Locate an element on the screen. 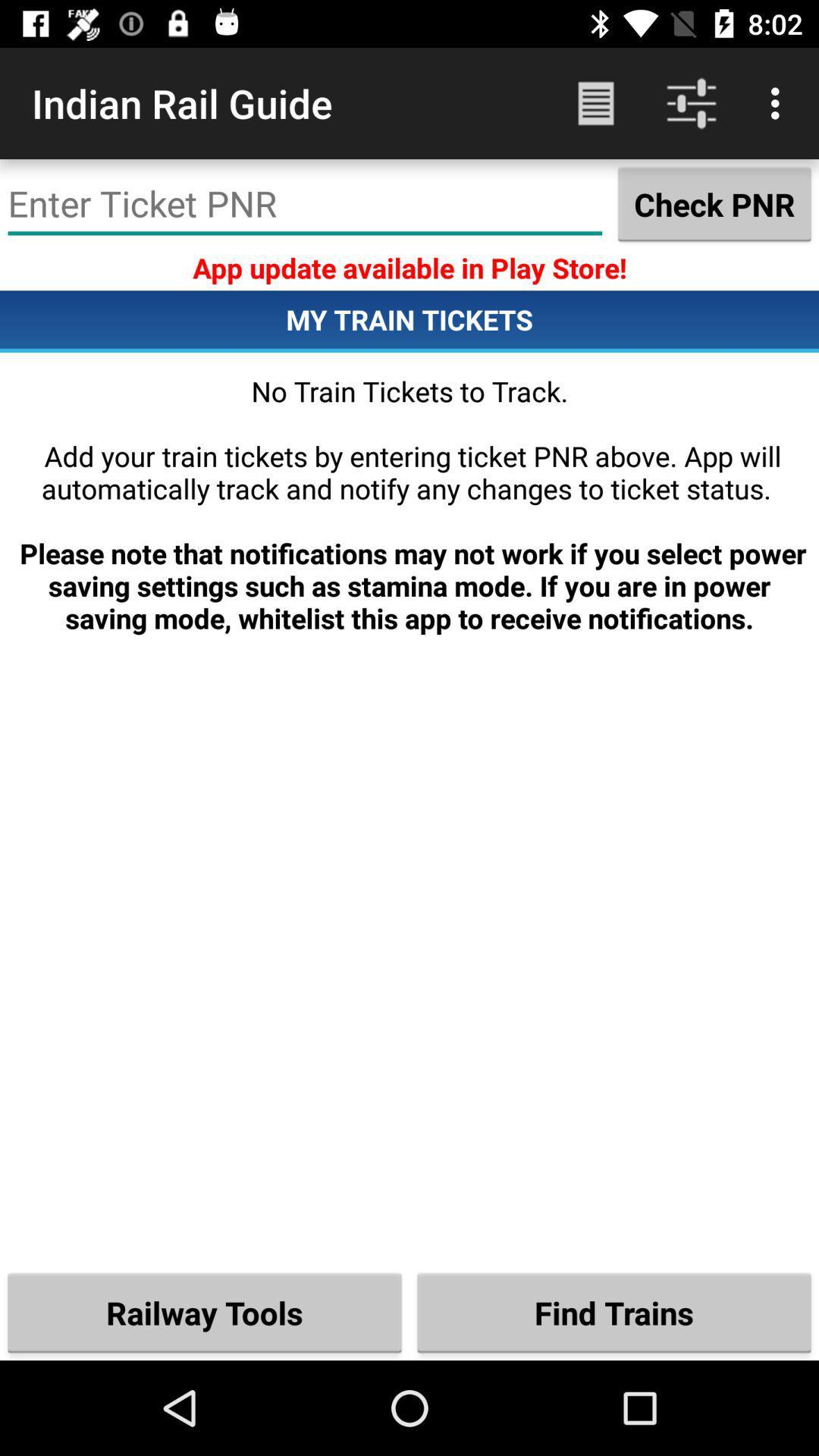 This screenshot has height=1456, width=819. item above the app update available item is located at coordinates (714, 203).